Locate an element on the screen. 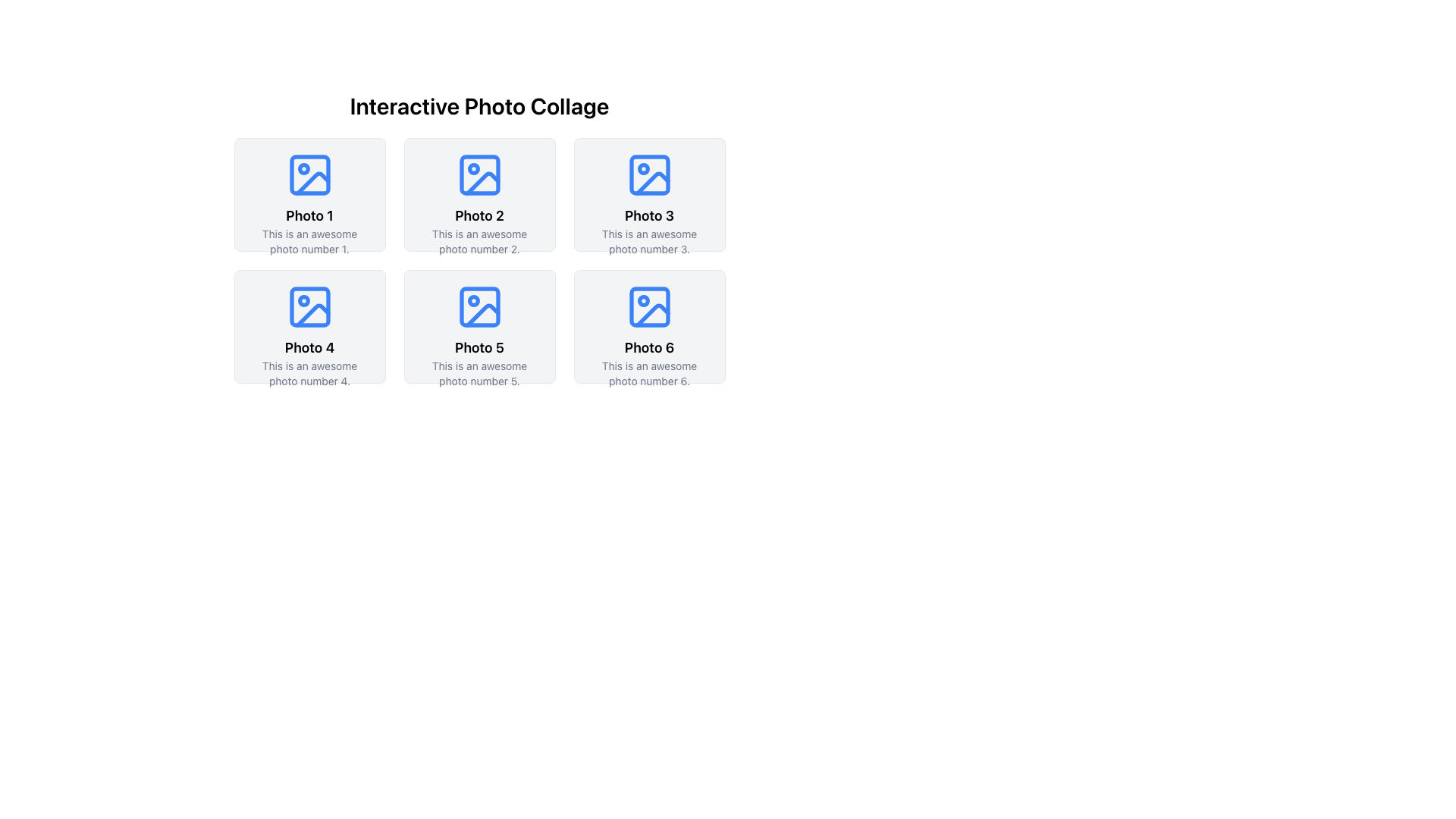 The image size is (1456, 819). the small blue rectangular shape with rounded corners located in the upper-left corner of the photo icon in the 'Photo 5' card is located at coordinates (479, 307).